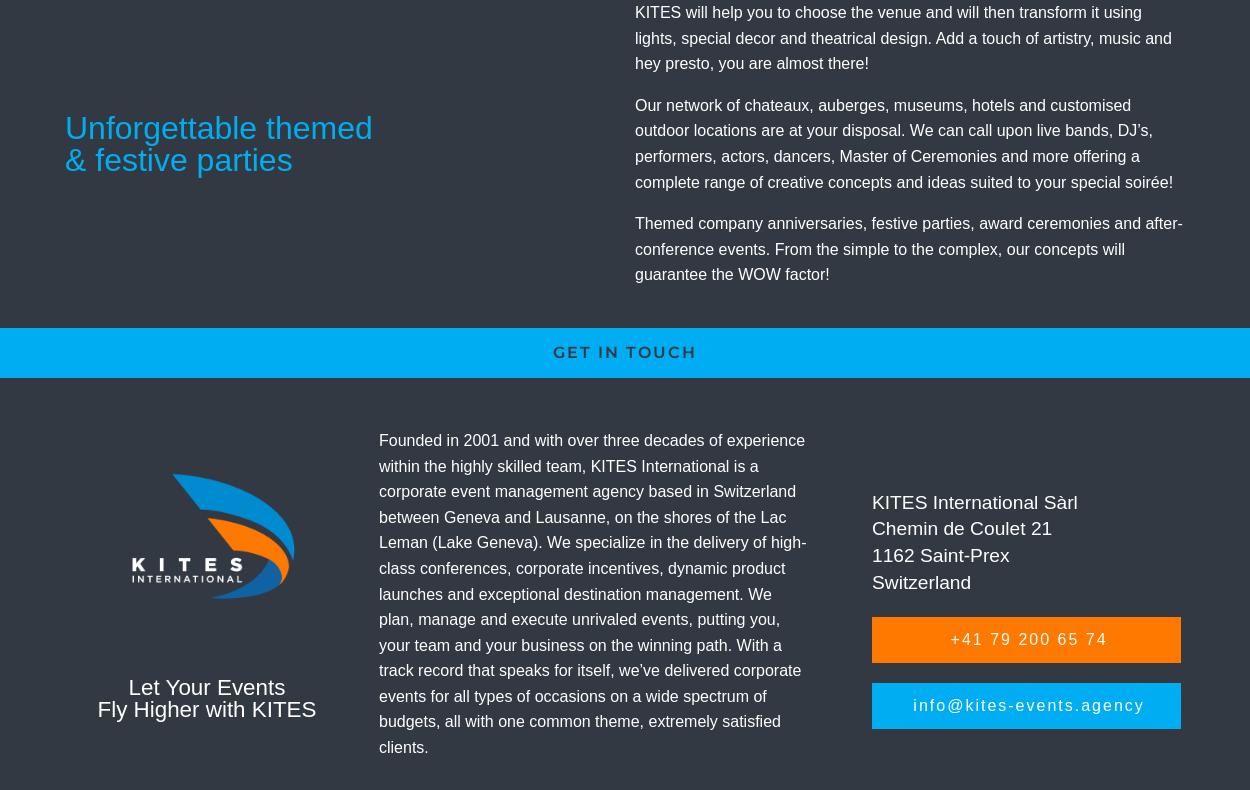 This screenshot has height=790, width=1250. What do you see at coordinates (591, 592) in the screenshot?
I see `'Founded in 2001 and with over three decades of experience within the highly skilled team, KITES International is a corporate event management agency based in Switzerland between Geneva and Lausanne, on the shores of the Lac Leman (Lake Geneva). We specialize in the delivery of high-class conferences, corporate incentives, dynamic product launches and exceptional destination management. We plan, manage and execute unrivaled events, putting you, your team and your business on the winning path. With a track record that speaks for itself, we’ve delivered corporate events for all types of occasions on a wide spectrum of budgets, all with one common theme, extremely satisfied clients.'` at bounding box center [591, 592].